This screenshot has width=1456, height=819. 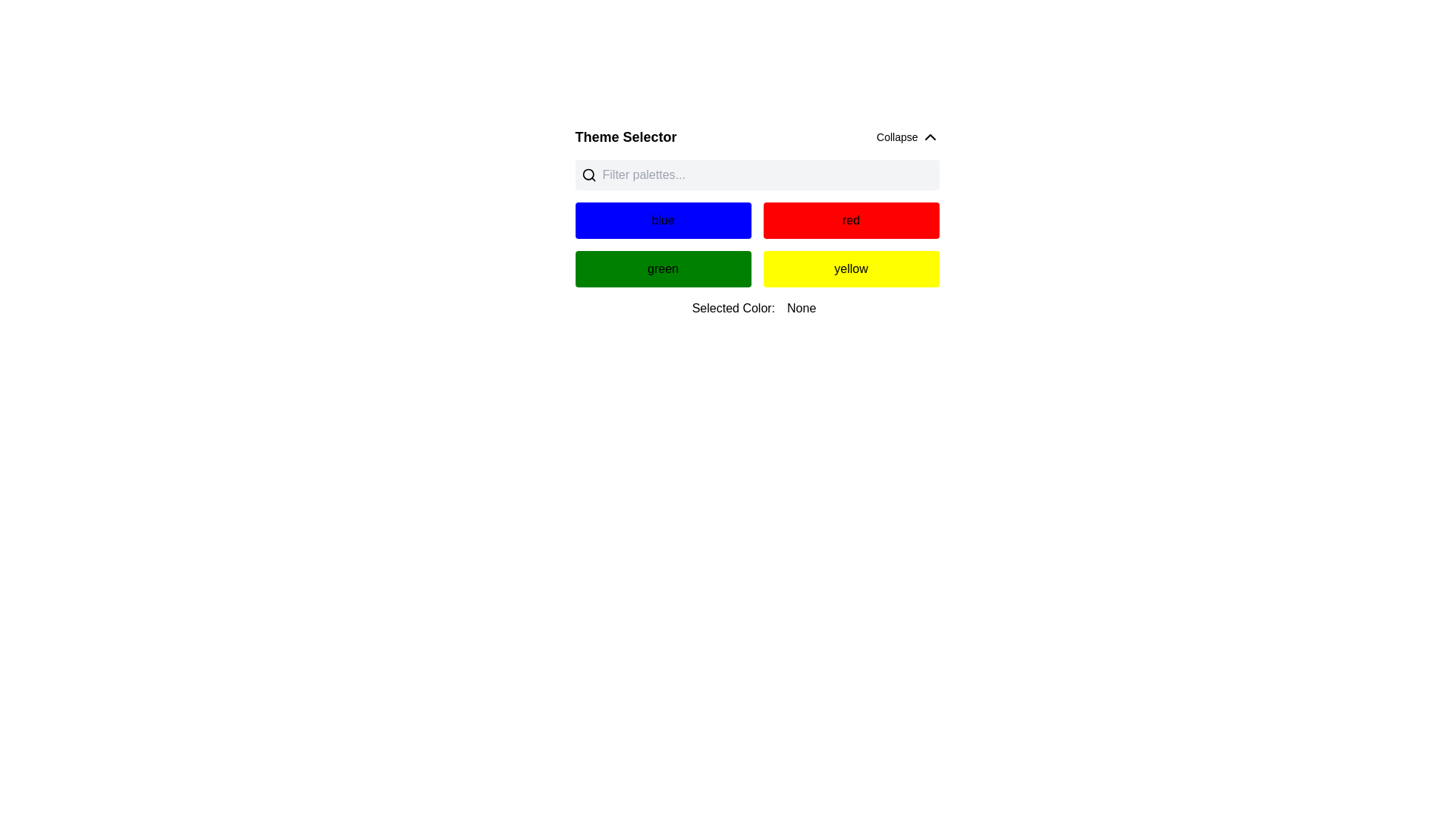 I want to click on the deep blue button labeled 'blue' located in the top-left corner of the 2x2 grid layout, so click(x=663, y=220).